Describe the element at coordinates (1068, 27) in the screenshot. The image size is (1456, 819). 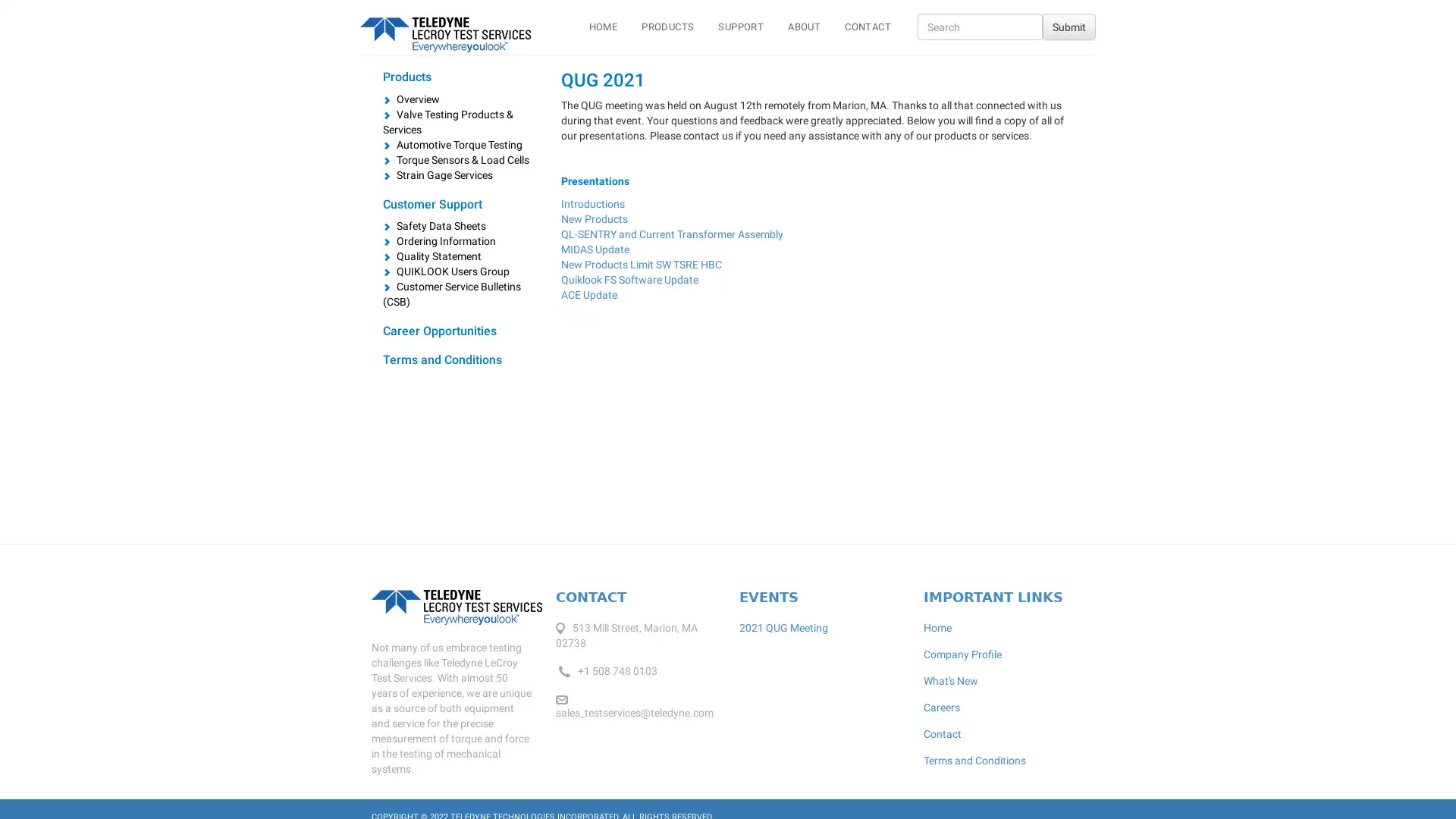
I see `Submit` at that location.